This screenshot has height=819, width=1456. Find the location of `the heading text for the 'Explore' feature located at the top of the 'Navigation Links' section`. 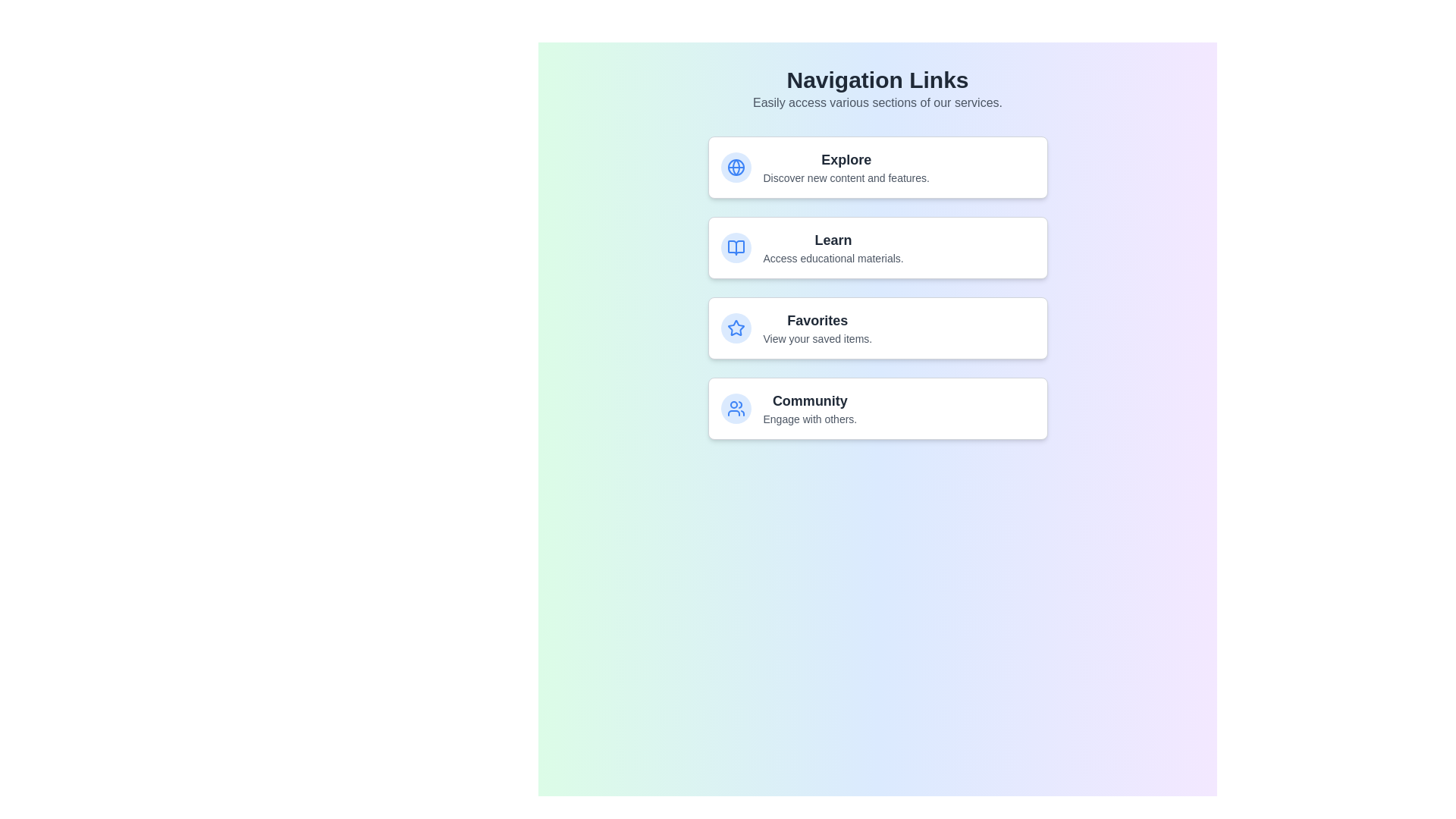

the heading text for the 'Explore' feature located at the top of the 'Navigation Links' section is located at coordinates (846, 160).